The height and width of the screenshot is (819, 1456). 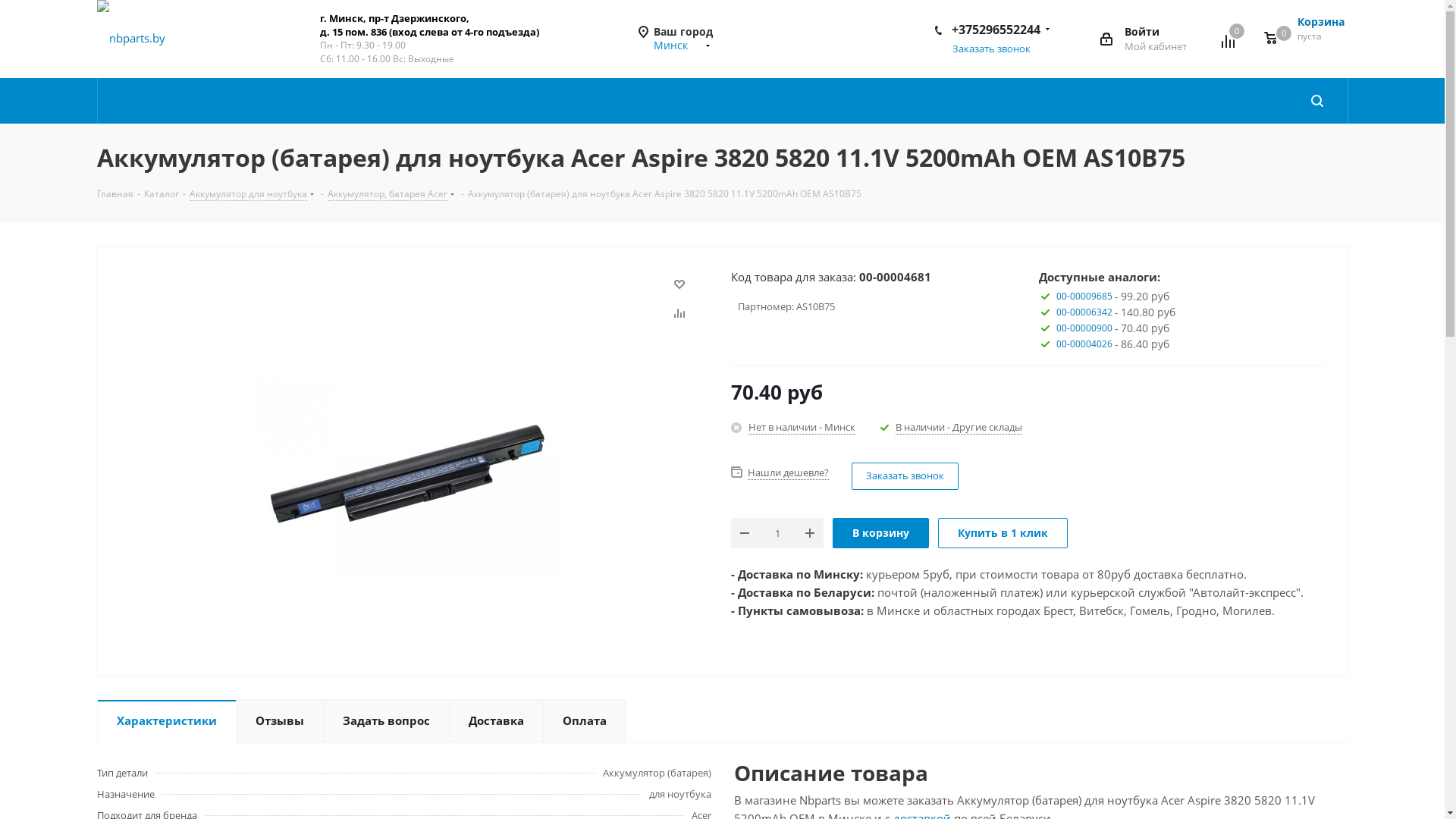 I want to click on '00-00006342', so click(x=1084, y=311).